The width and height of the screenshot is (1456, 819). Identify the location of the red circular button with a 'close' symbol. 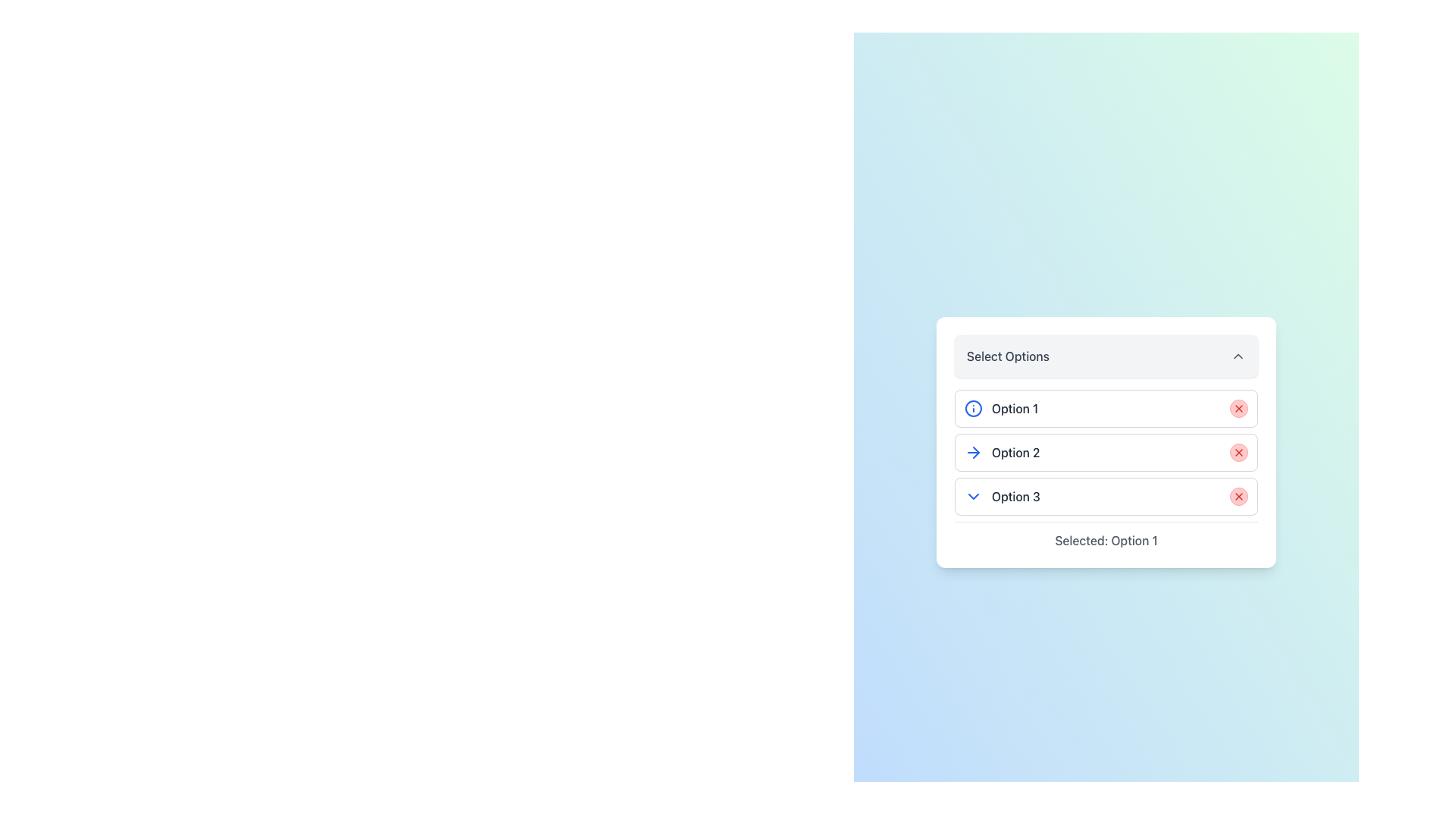
(1238, 451).